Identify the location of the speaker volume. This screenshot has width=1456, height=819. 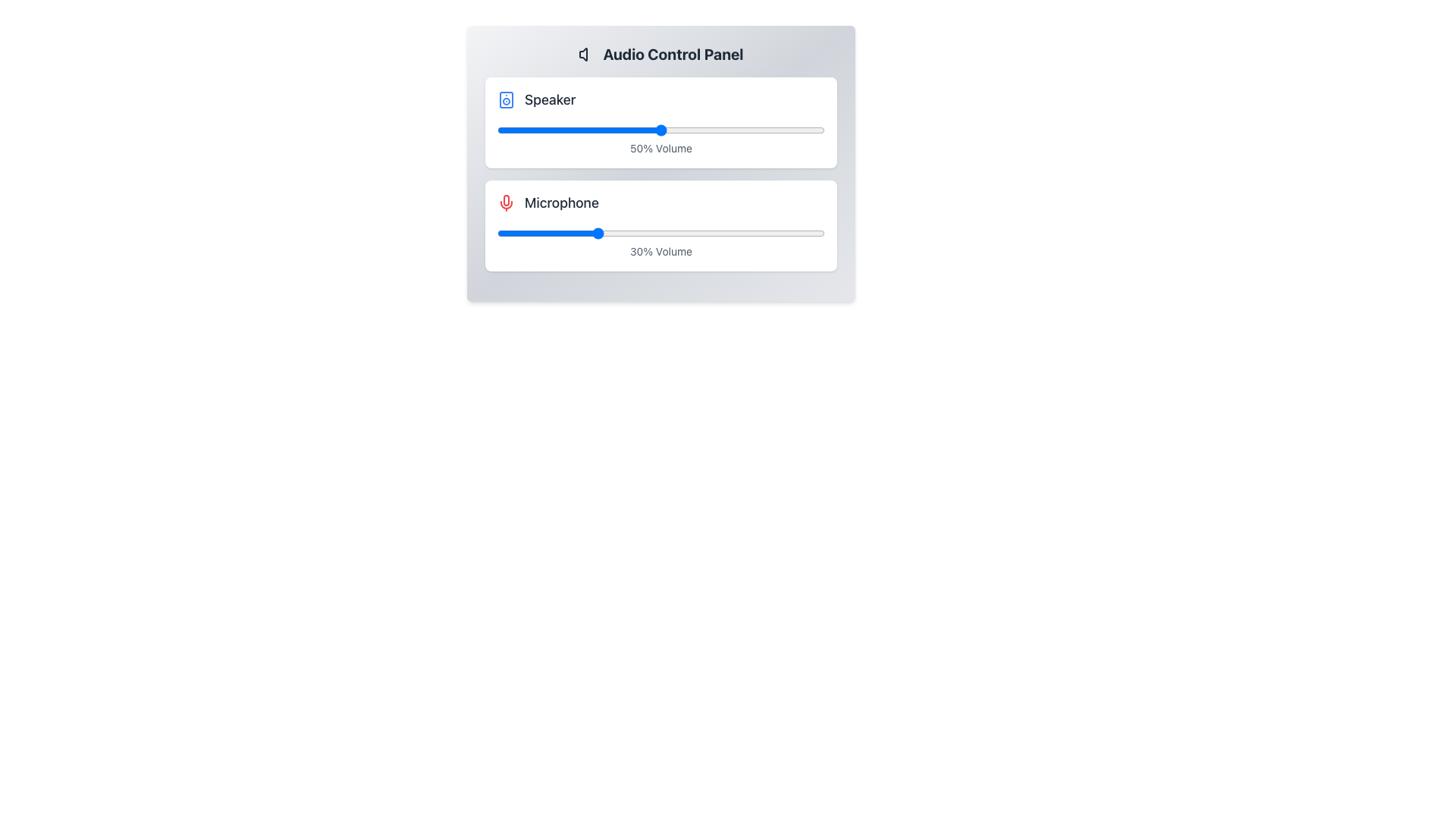
(667, 130).